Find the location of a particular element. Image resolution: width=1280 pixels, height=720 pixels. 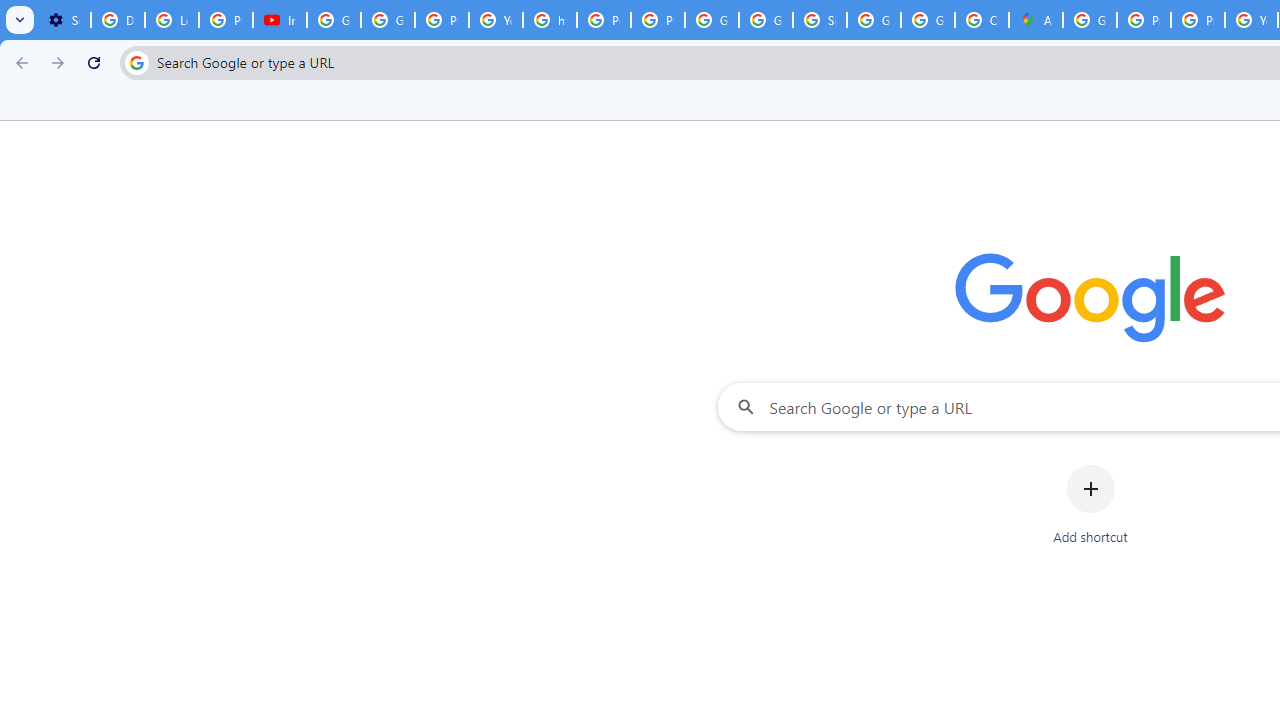

'Google Account Help' is located at coordinates (334, 20).